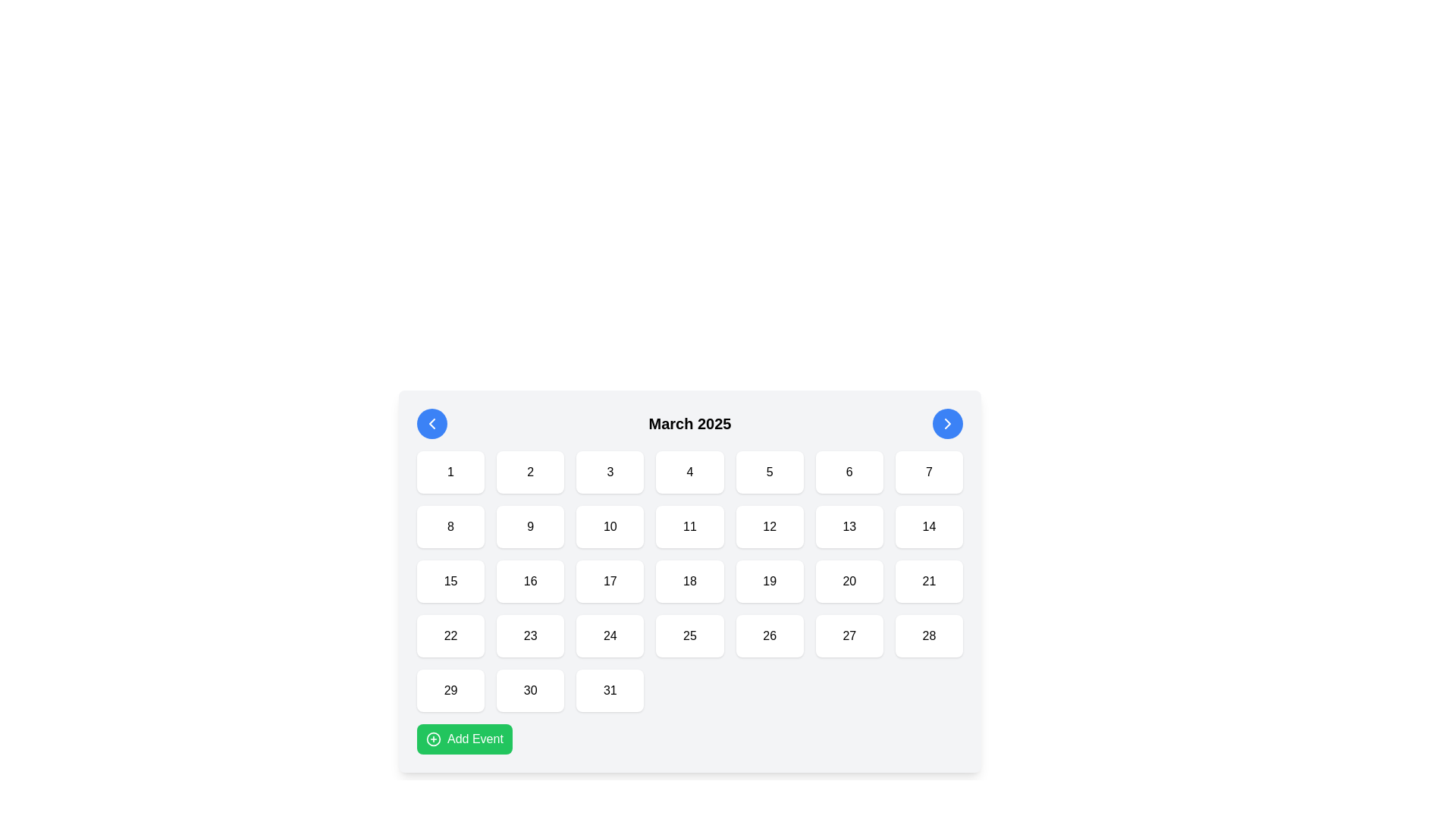  I want to click on the button labeled '31' in the calendar for March 2025, so click(610, 690).